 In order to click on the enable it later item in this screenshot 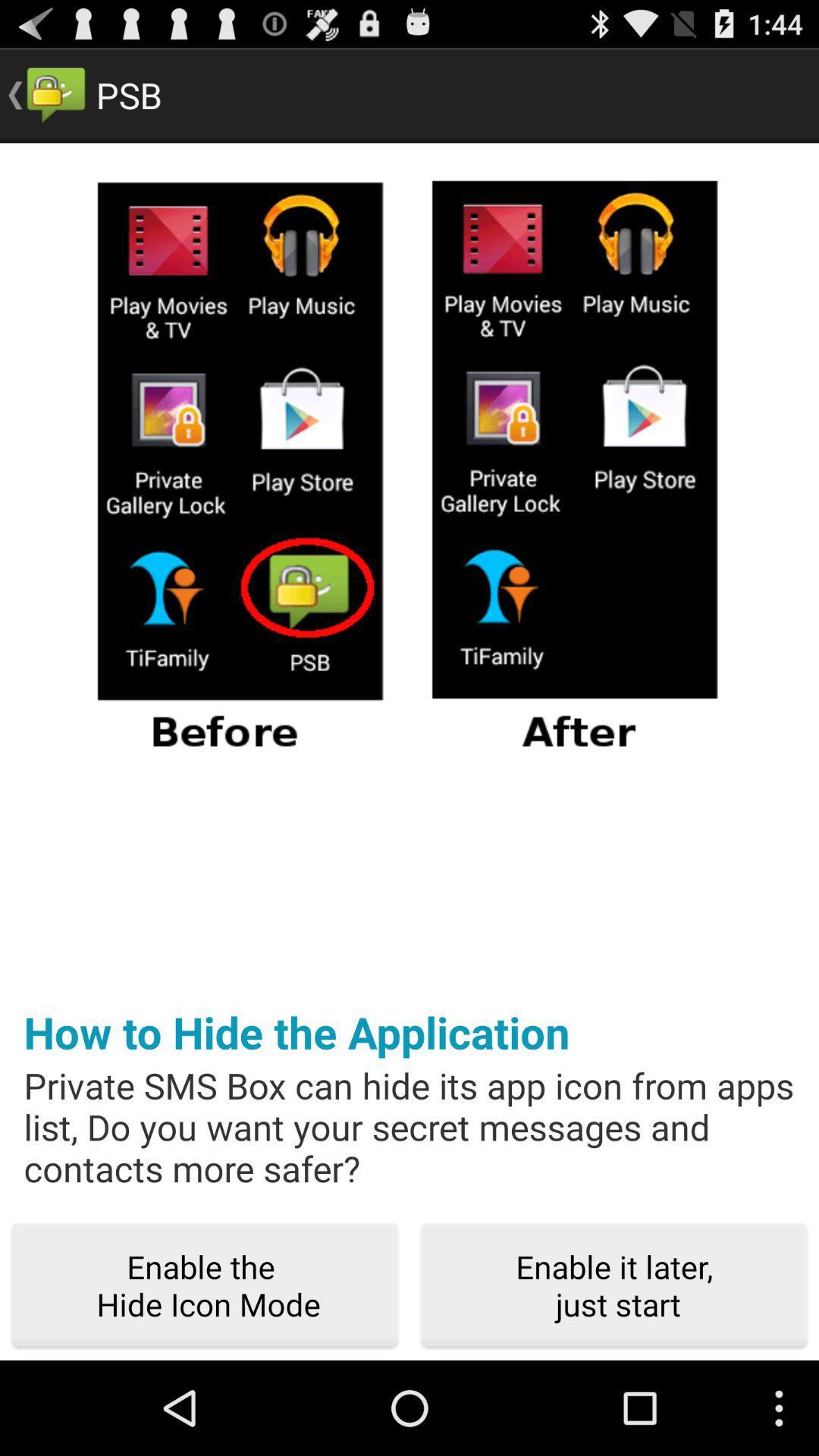, I will do `click(614, 1285)`.